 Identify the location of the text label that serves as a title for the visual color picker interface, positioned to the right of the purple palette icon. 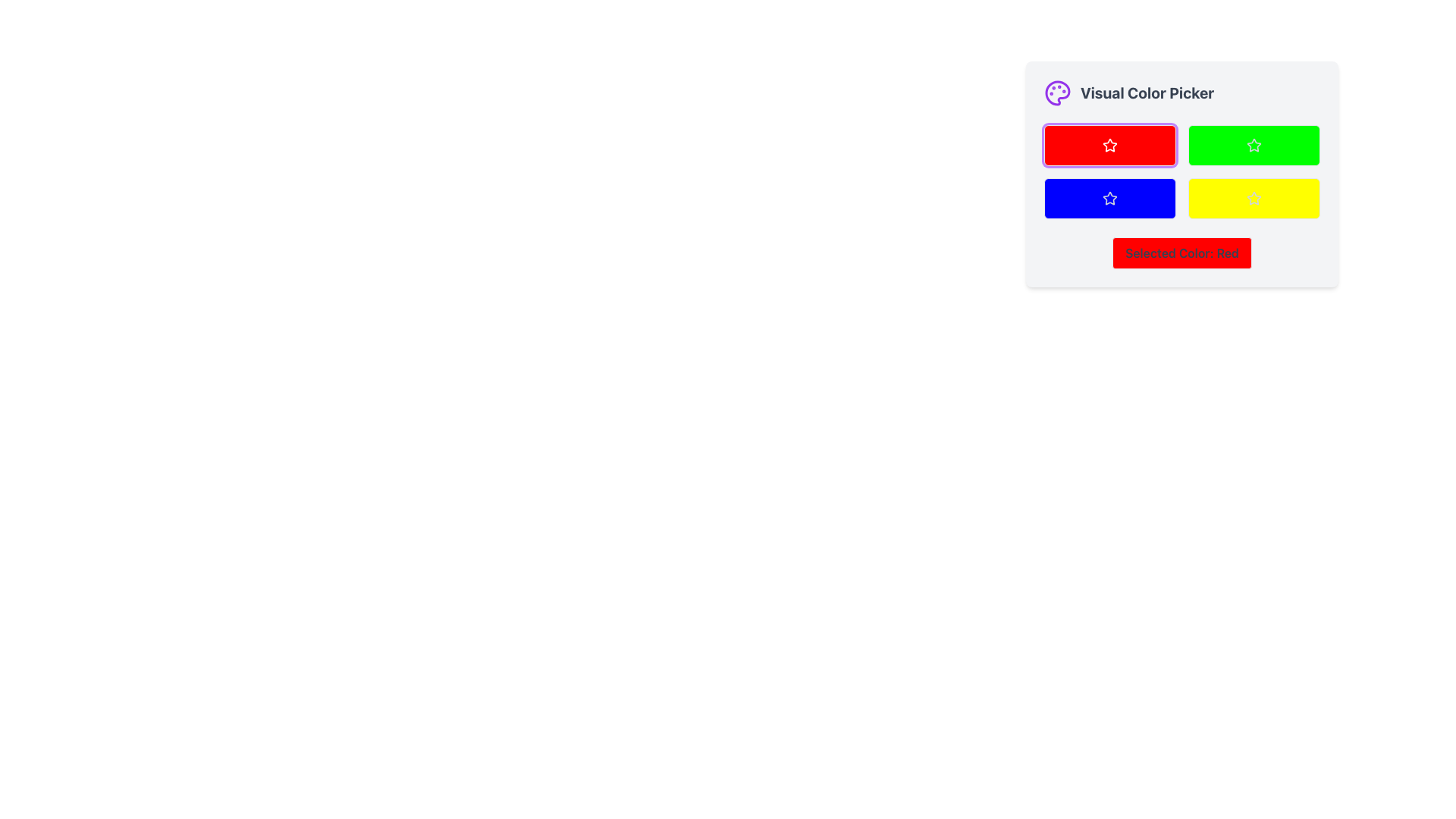
(1147, 93).